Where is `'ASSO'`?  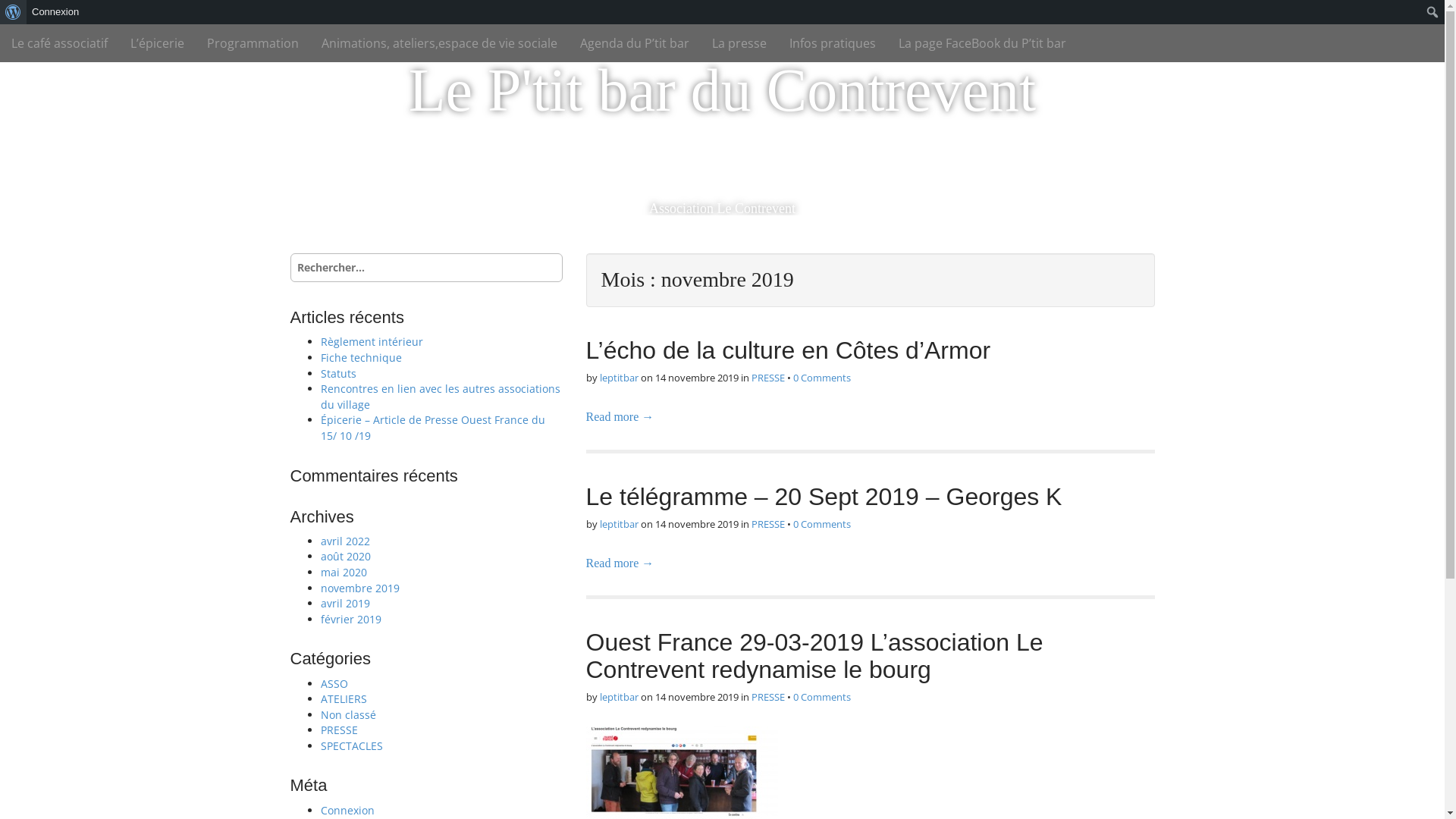 'ASSO' is located at coordinates (333, 683).